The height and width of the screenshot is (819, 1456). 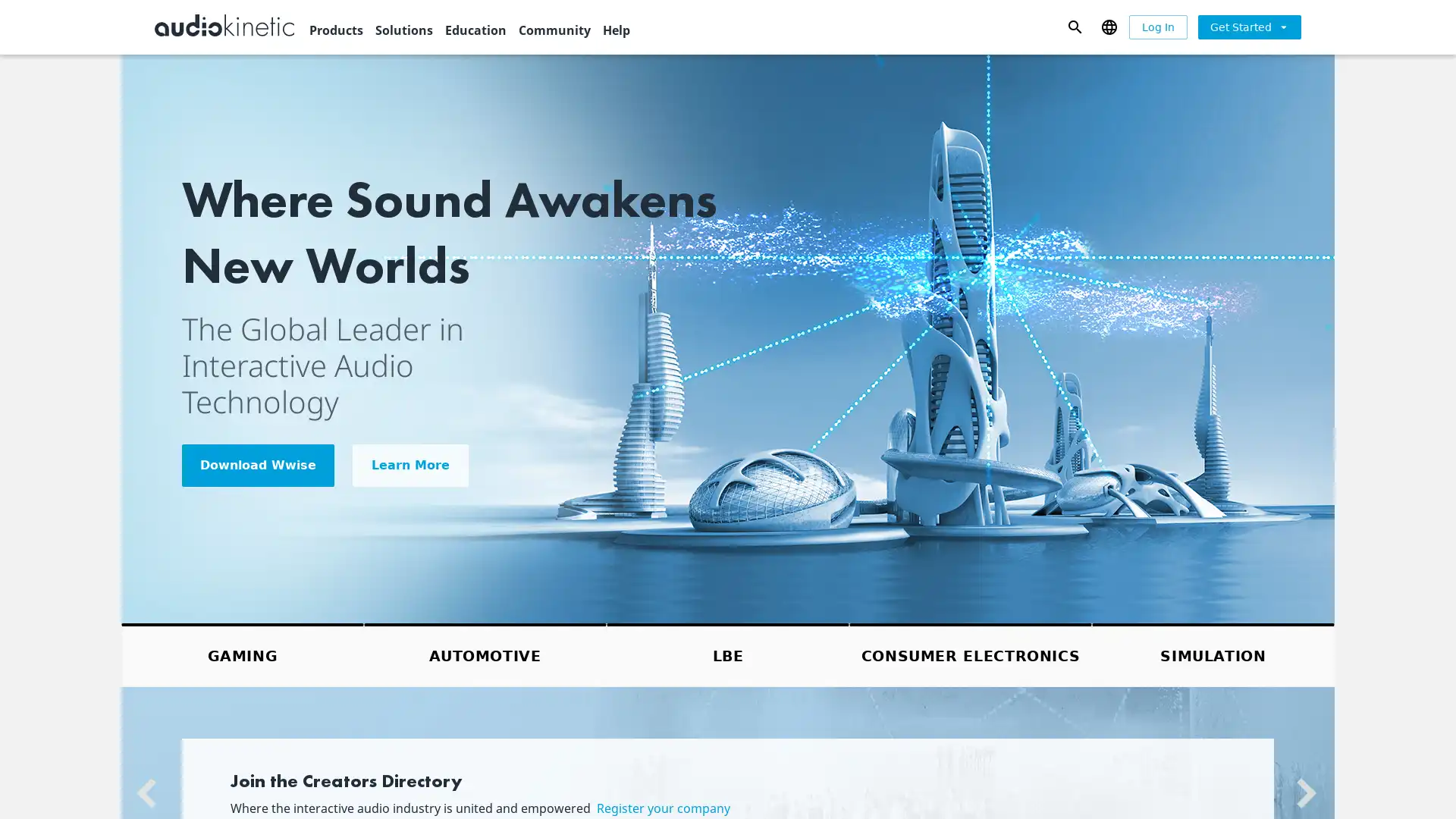 I want to click on GAMING, so click(x=243, y=654).